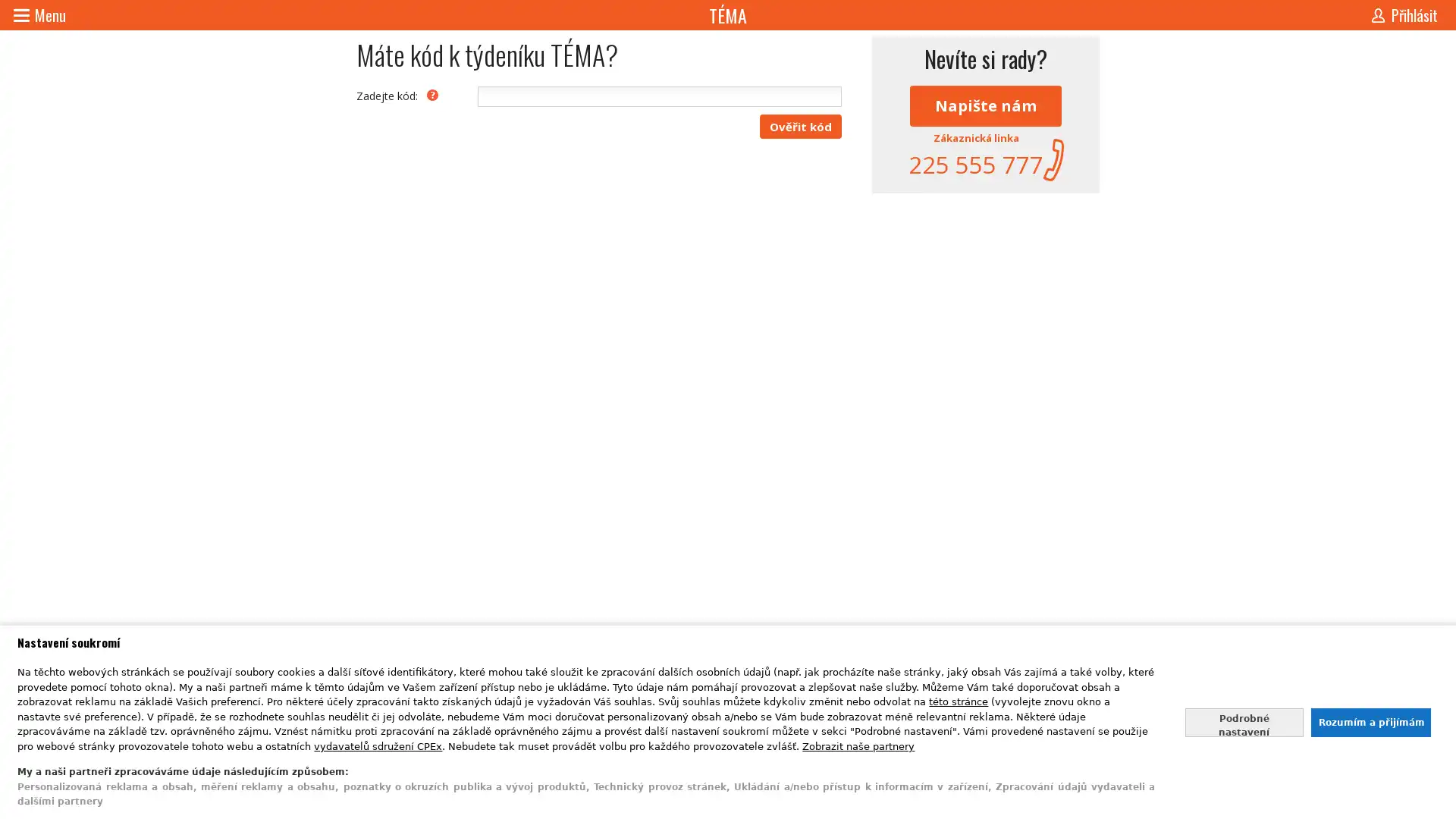  Describe the element at coordinates (800, 125) in the screenshot. I see `Overit kod` at that location.